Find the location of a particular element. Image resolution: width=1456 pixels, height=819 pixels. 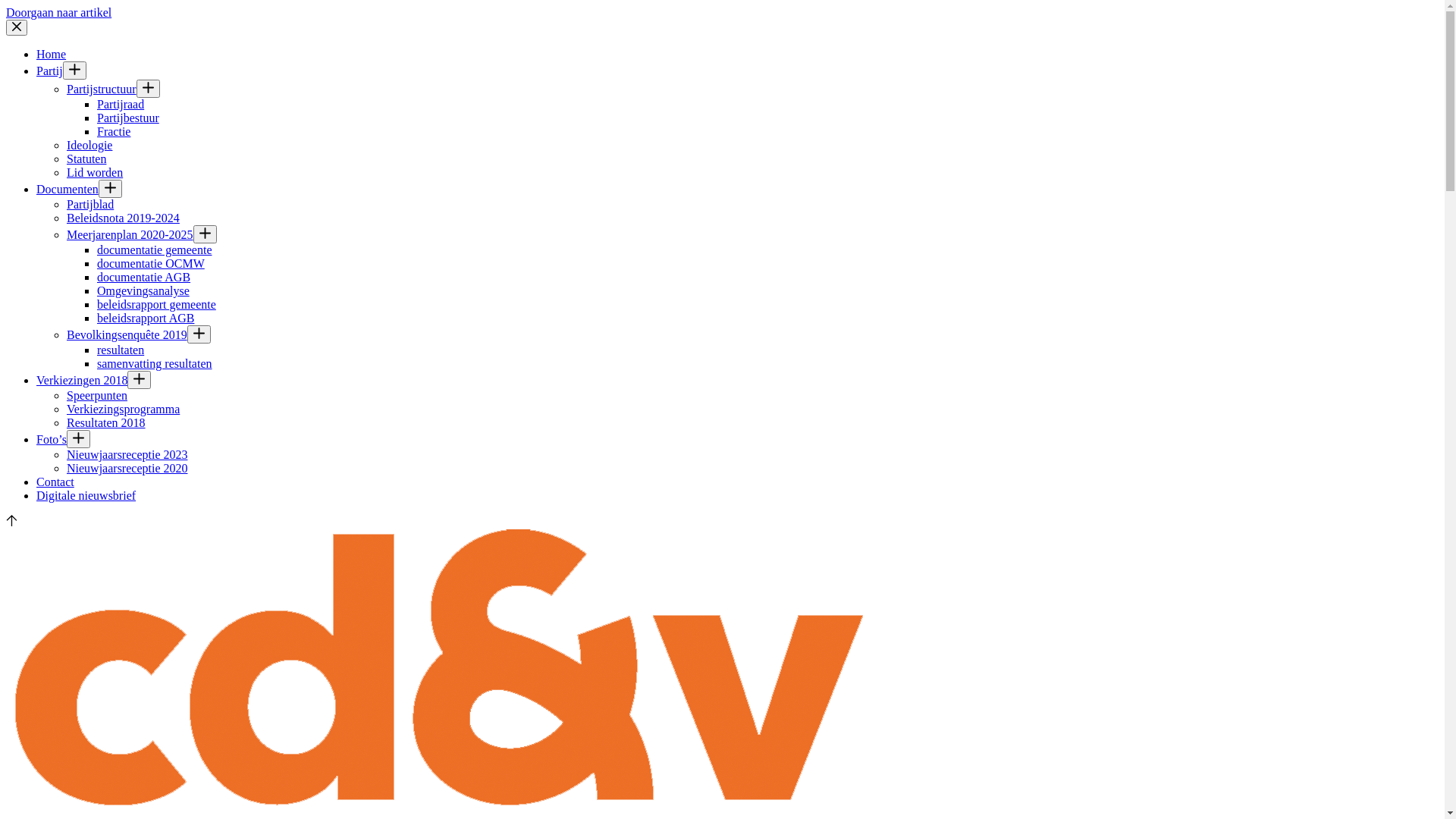

'Doorgaan naar artikel' is located at coordinates (58, 12).